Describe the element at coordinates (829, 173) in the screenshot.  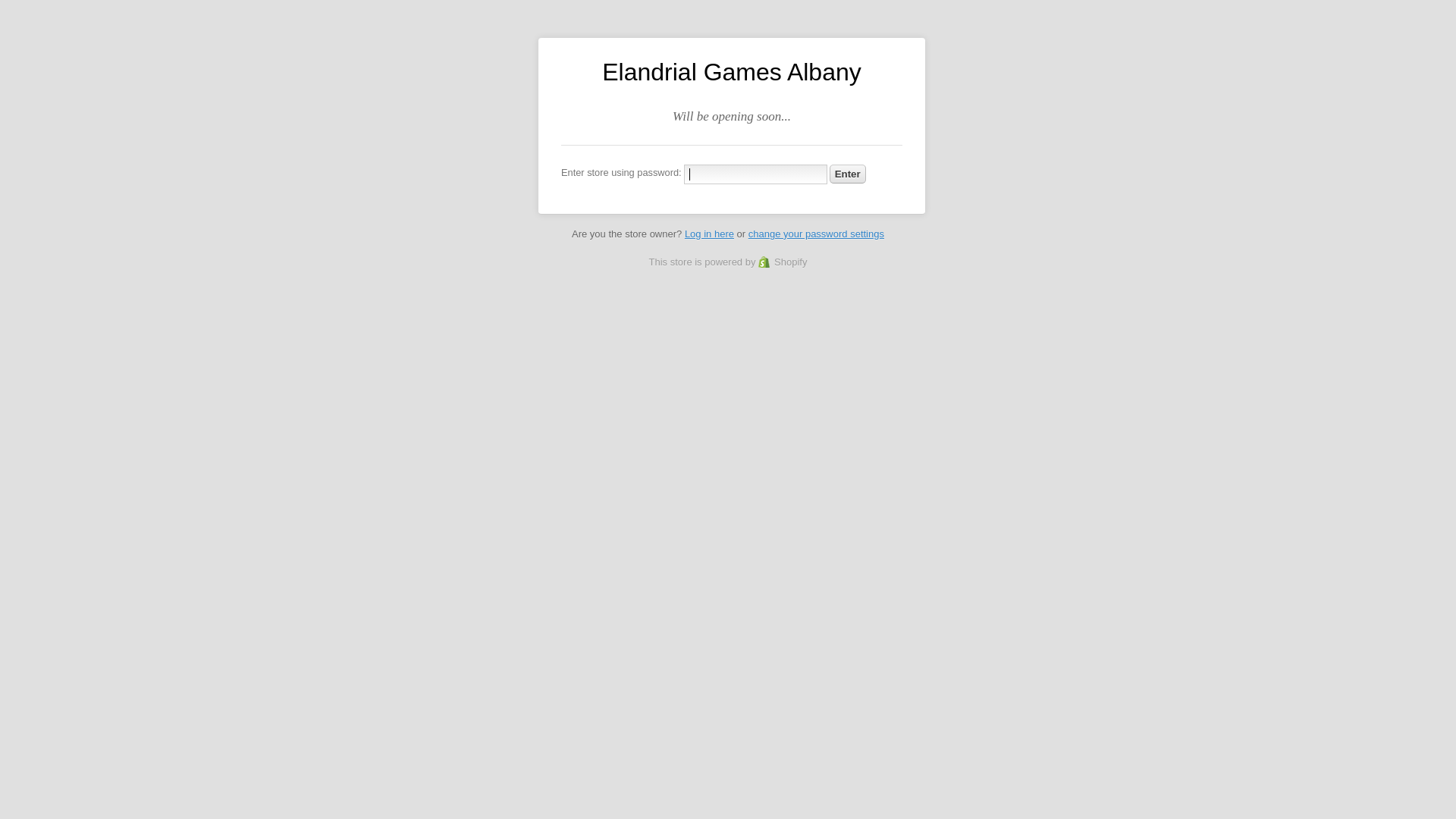
I see `'Enter'` at that location.